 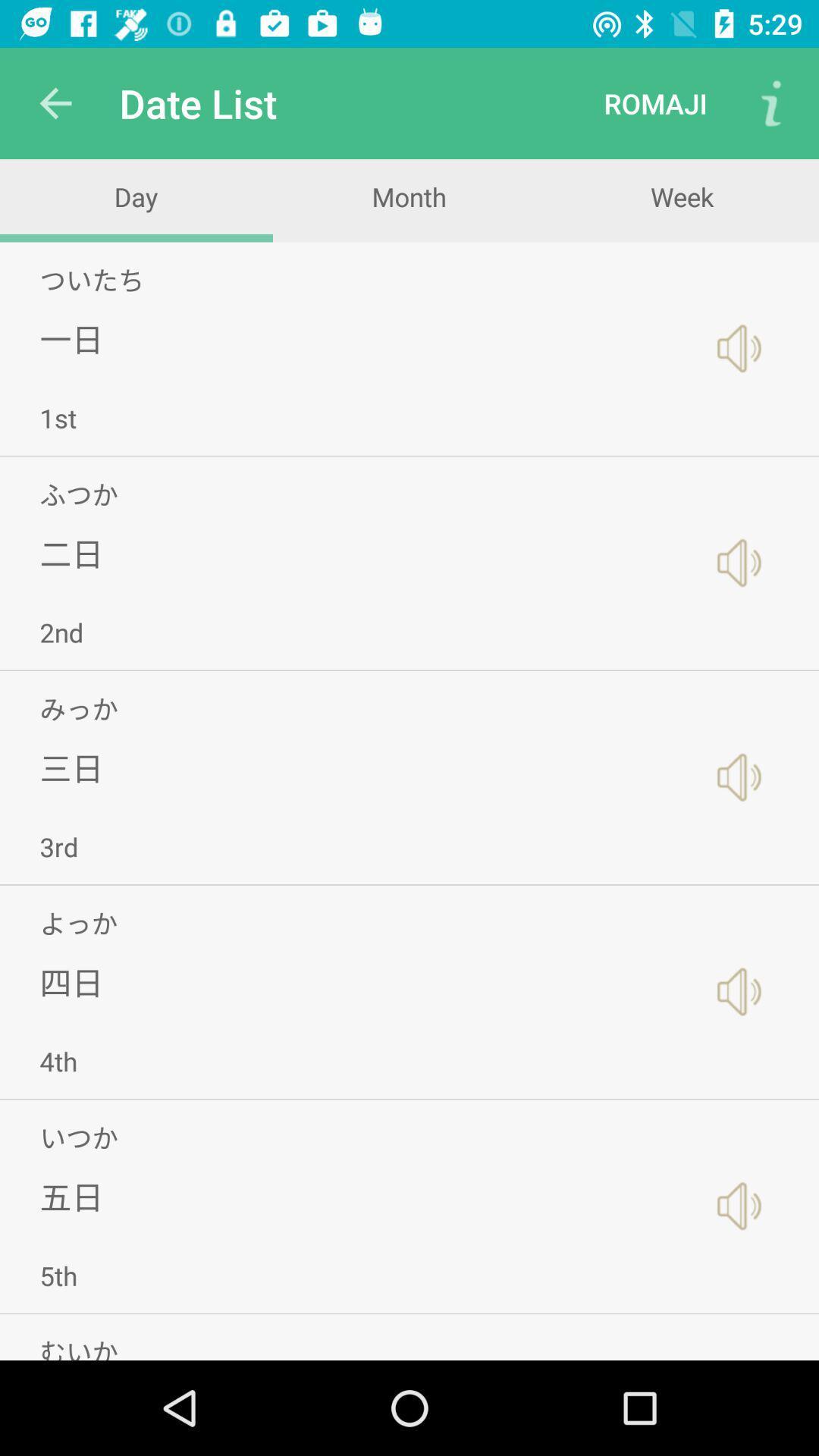 What do you see at coordinates (55, 102) in the screenshot?
I see `icon to the left of the date list icon` at bounding box center [55, 102].